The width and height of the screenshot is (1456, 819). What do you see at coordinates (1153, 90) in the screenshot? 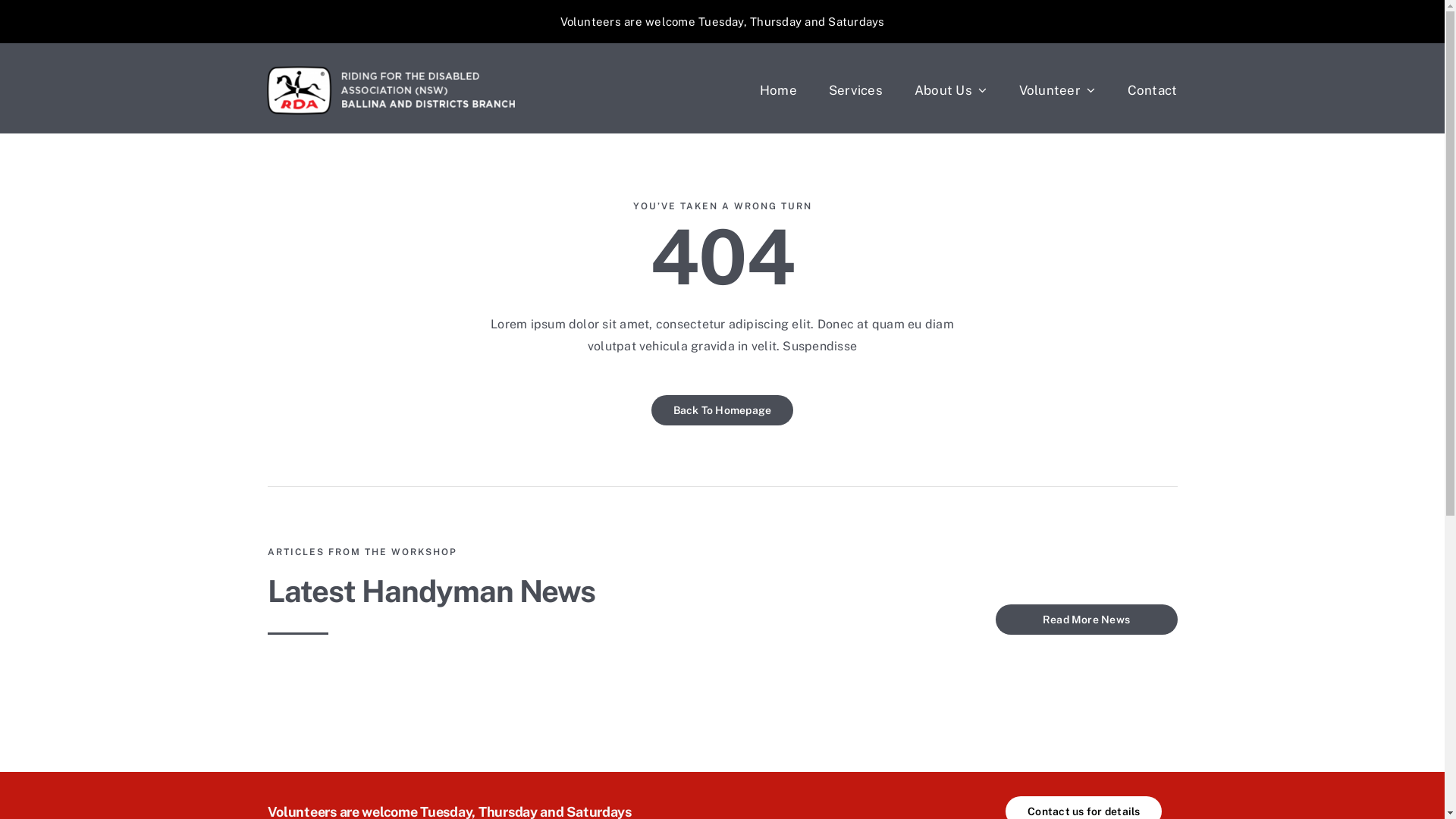
I see `'Contact'` at bounding box center [1153, 90].